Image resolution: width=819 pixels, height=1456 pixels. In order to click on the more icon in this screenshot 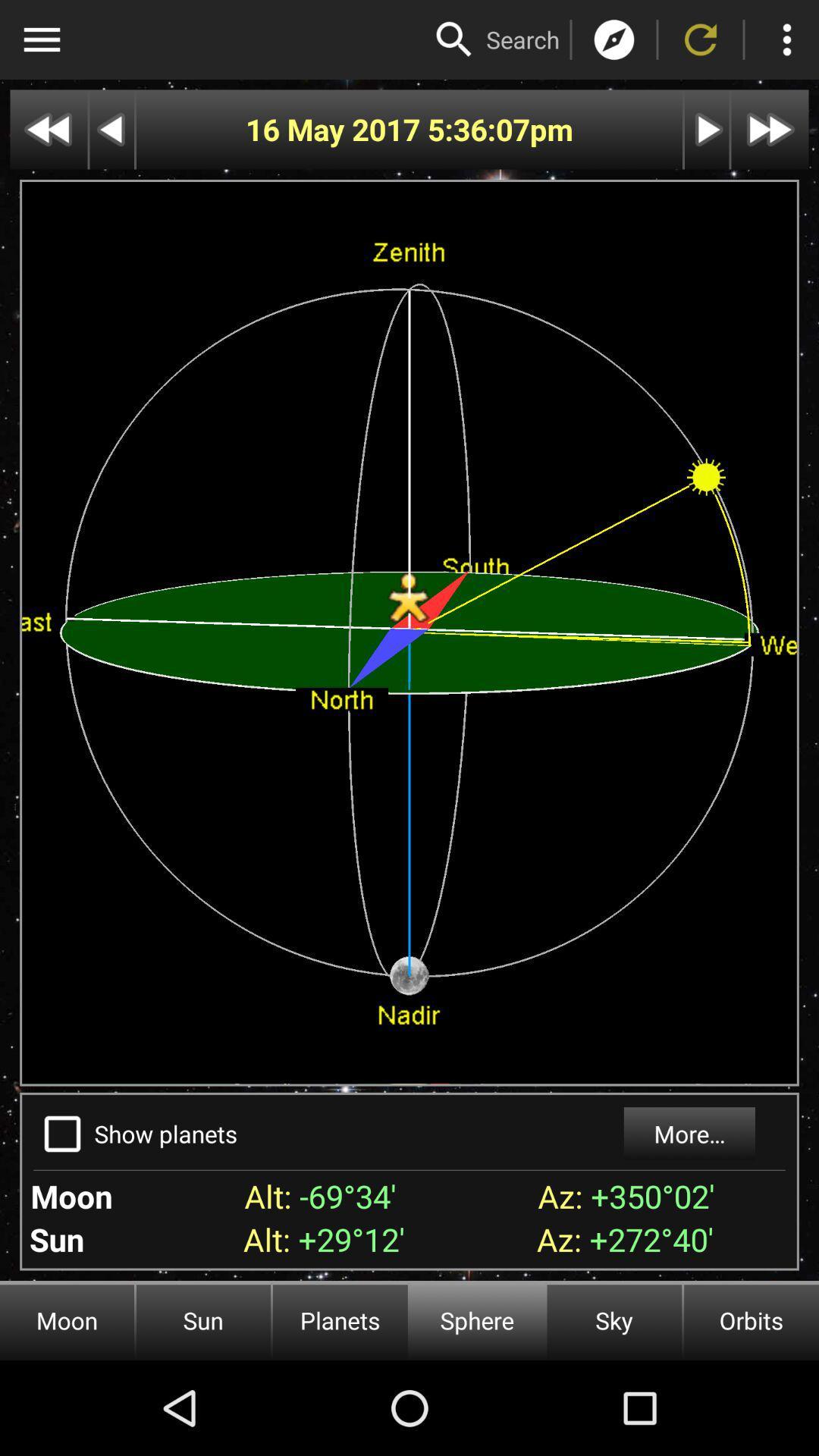, I will do `click(786, 39)`.